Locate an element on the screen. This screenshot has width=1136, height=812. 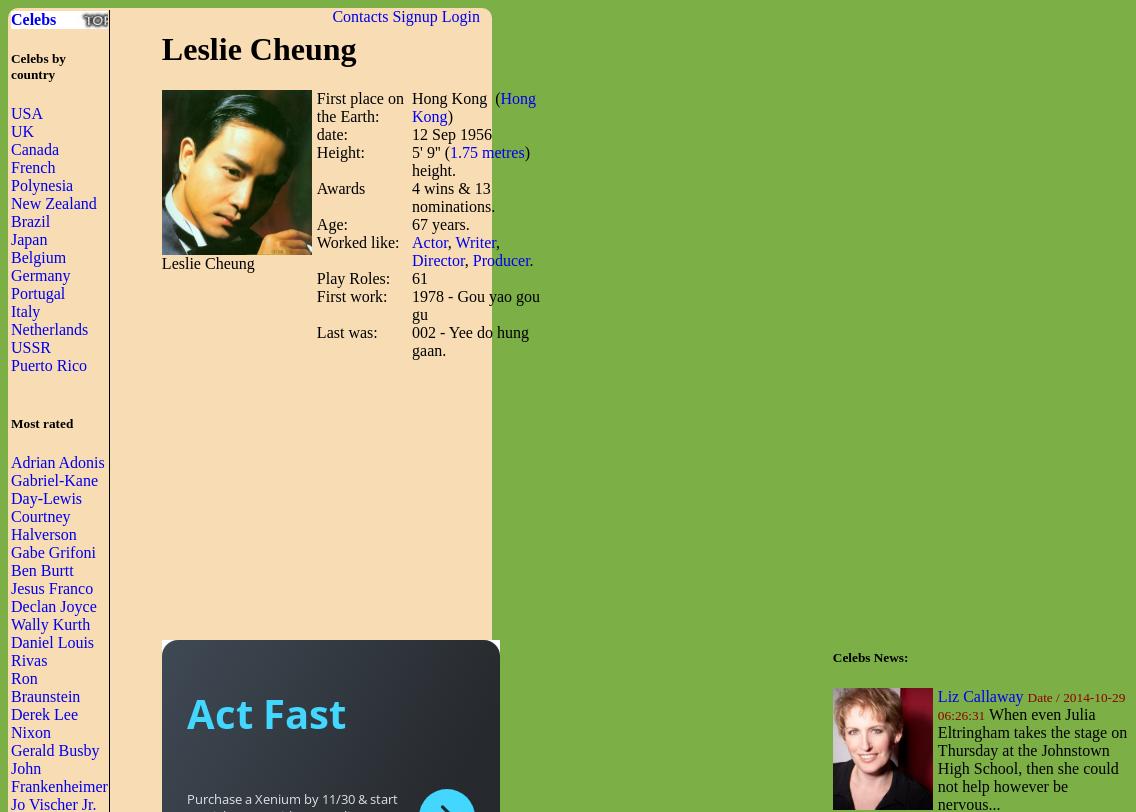
'Adrian Adonis' is located at coordinates (11, 461).